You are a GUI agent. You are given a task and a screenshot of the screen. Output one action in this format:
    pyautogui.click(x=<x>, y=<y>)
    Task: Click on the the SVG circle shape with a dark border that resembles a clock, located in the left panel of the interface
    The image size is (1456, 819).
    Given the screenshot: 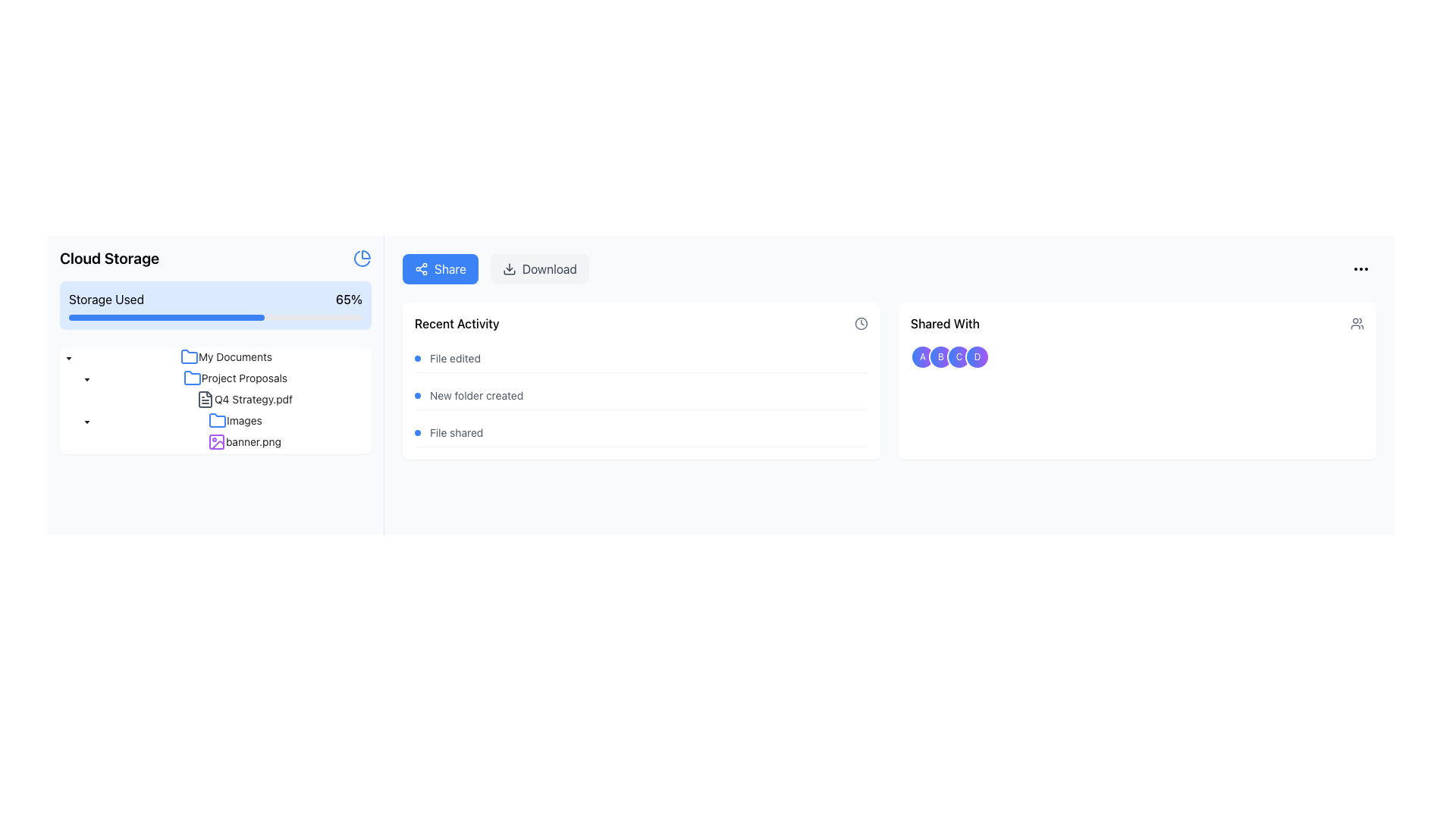 What is the action you would take?
    pyautogui.click(x=861, y=323)
    